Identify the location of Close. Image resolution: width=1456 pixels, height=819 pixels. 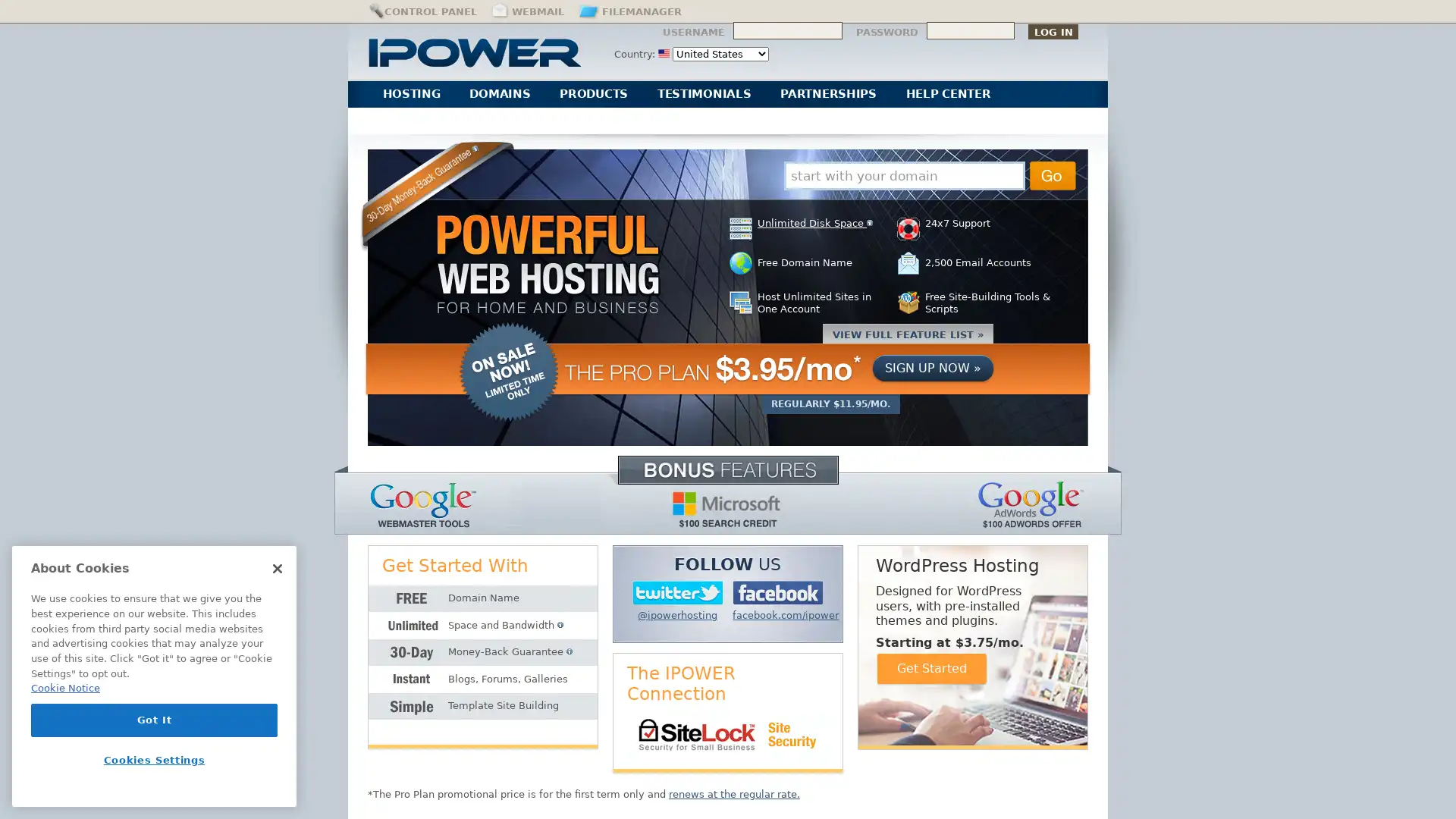
(277, 568).